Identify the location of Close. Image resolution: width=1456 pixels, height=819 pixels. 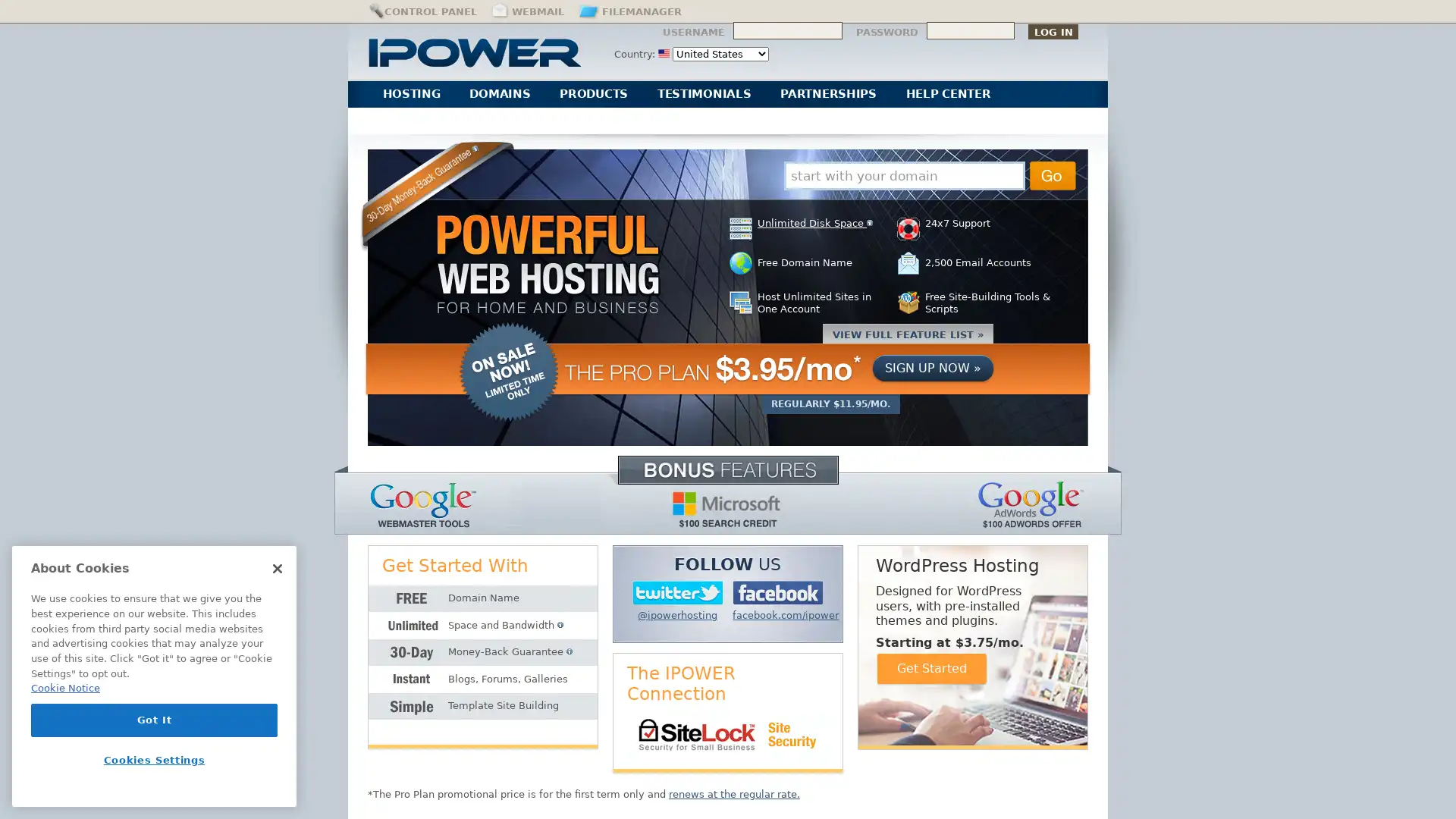
(277, 568).